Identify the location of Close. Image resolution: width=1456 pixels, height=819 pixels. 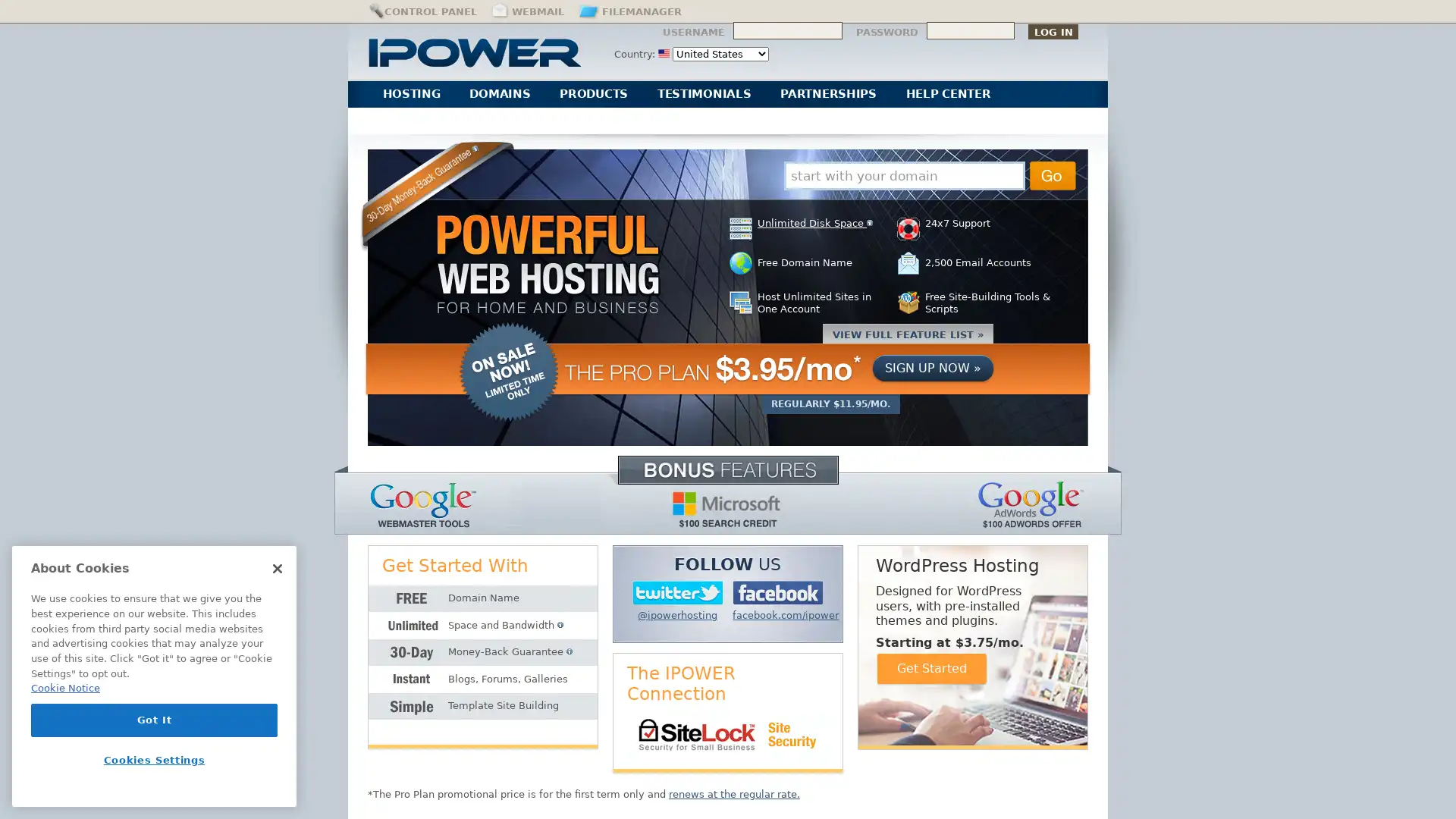
(277, 568).